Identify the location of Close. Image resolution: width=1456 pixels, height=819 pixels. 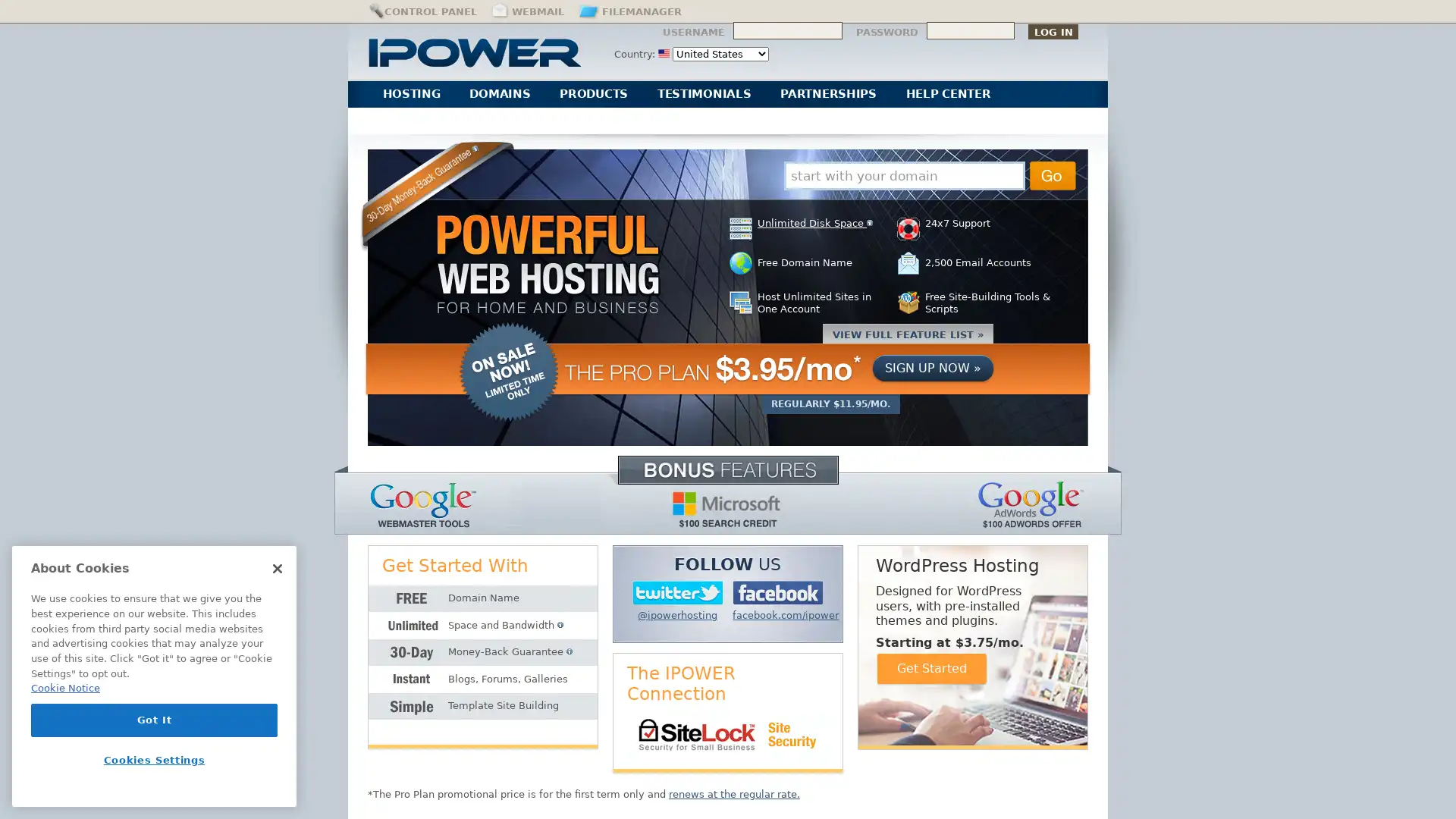
(277, 568).